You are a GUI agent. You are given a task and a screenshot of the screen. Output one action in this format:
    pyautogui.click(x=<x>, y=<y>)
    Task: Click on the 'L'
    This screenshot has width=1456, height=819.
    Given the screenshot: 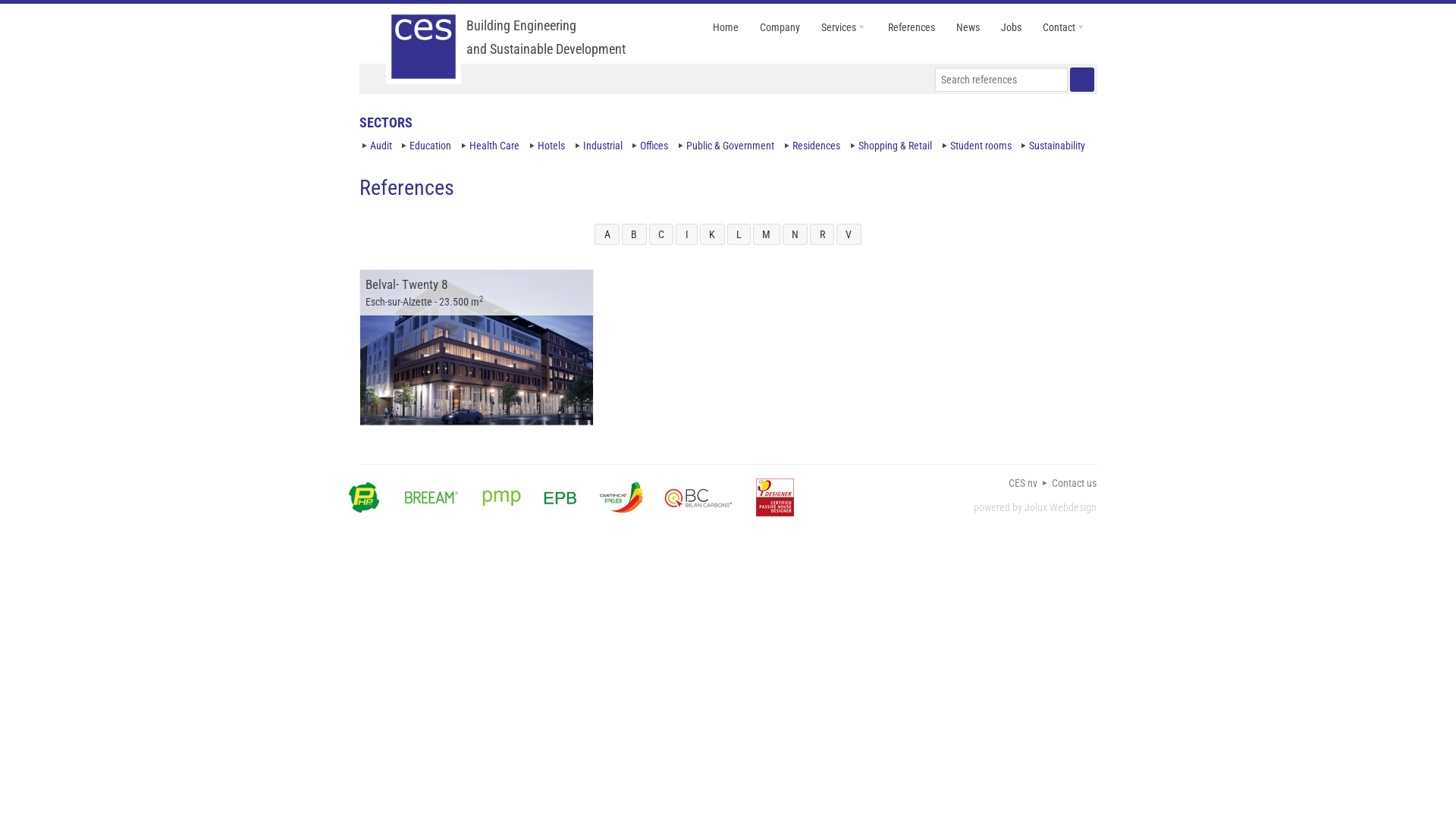 What is the action you would take?
    pyautogui.click(x=739, y=234)
    